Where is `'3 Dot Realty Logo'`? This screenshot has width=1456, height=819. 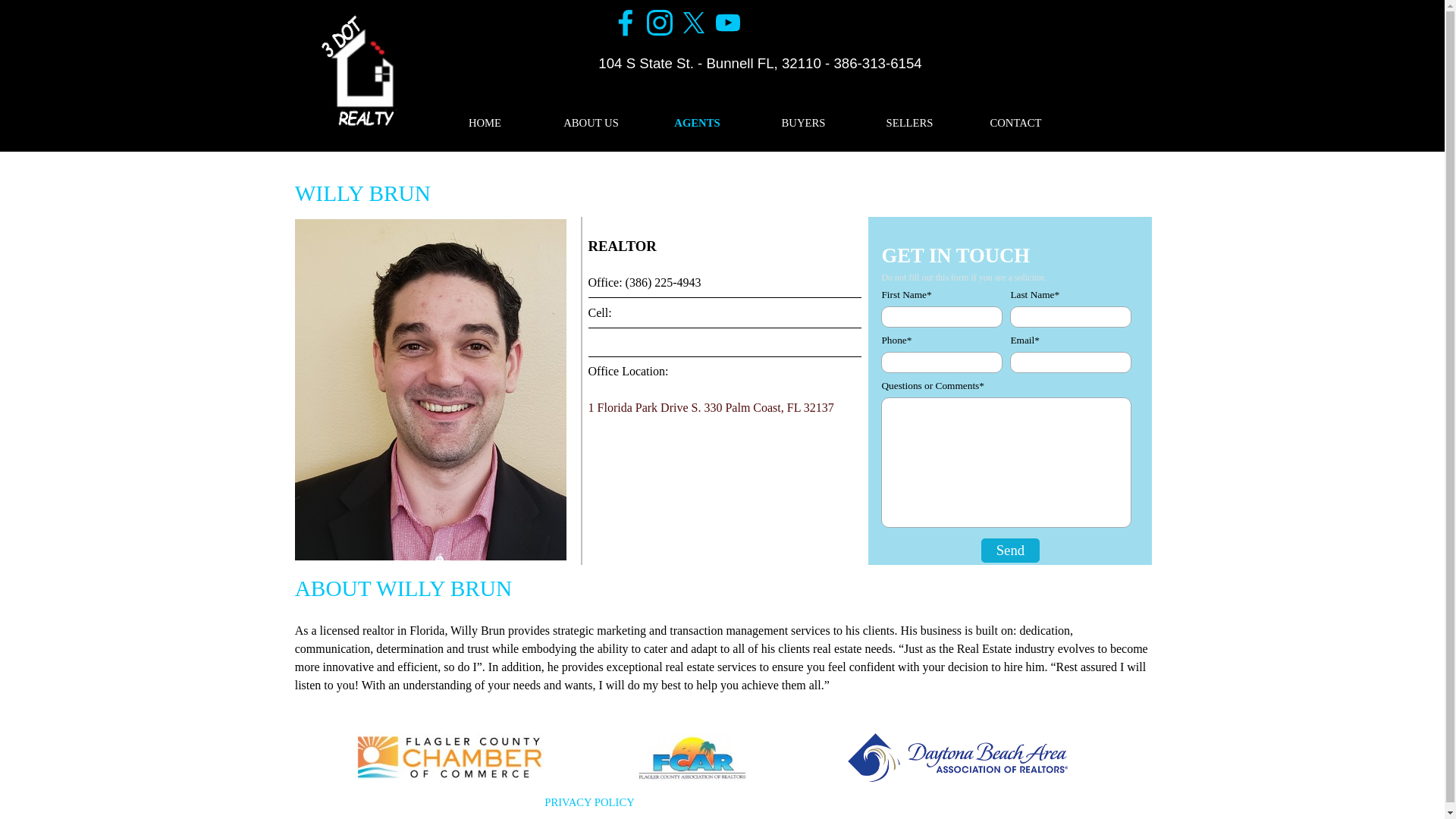
'3 Dot Realty Logo' is located at coordinates (358, 70).